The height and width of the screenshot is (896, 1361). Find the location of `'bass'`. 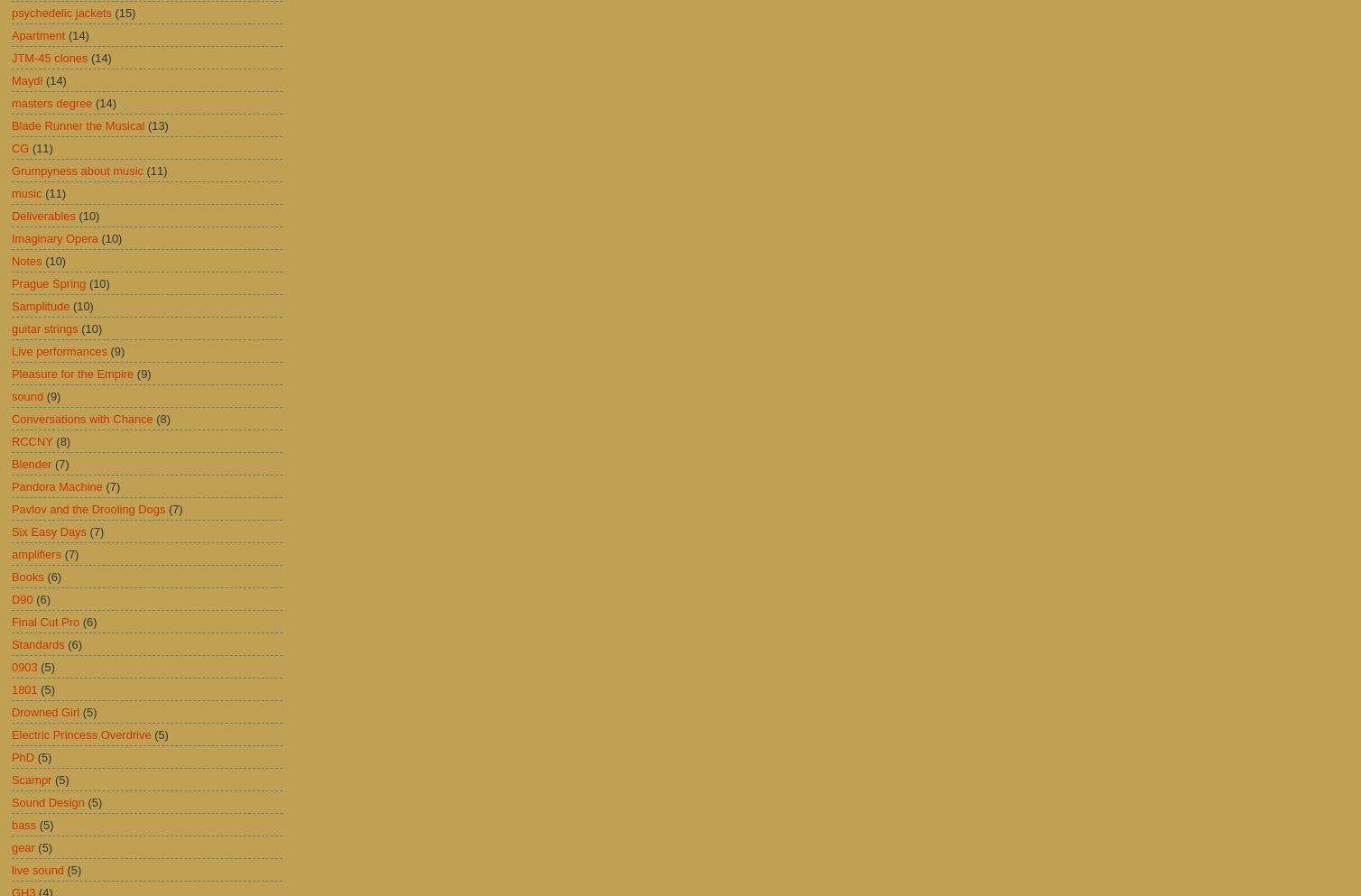

'bass' is located at coordinates (23, 824).